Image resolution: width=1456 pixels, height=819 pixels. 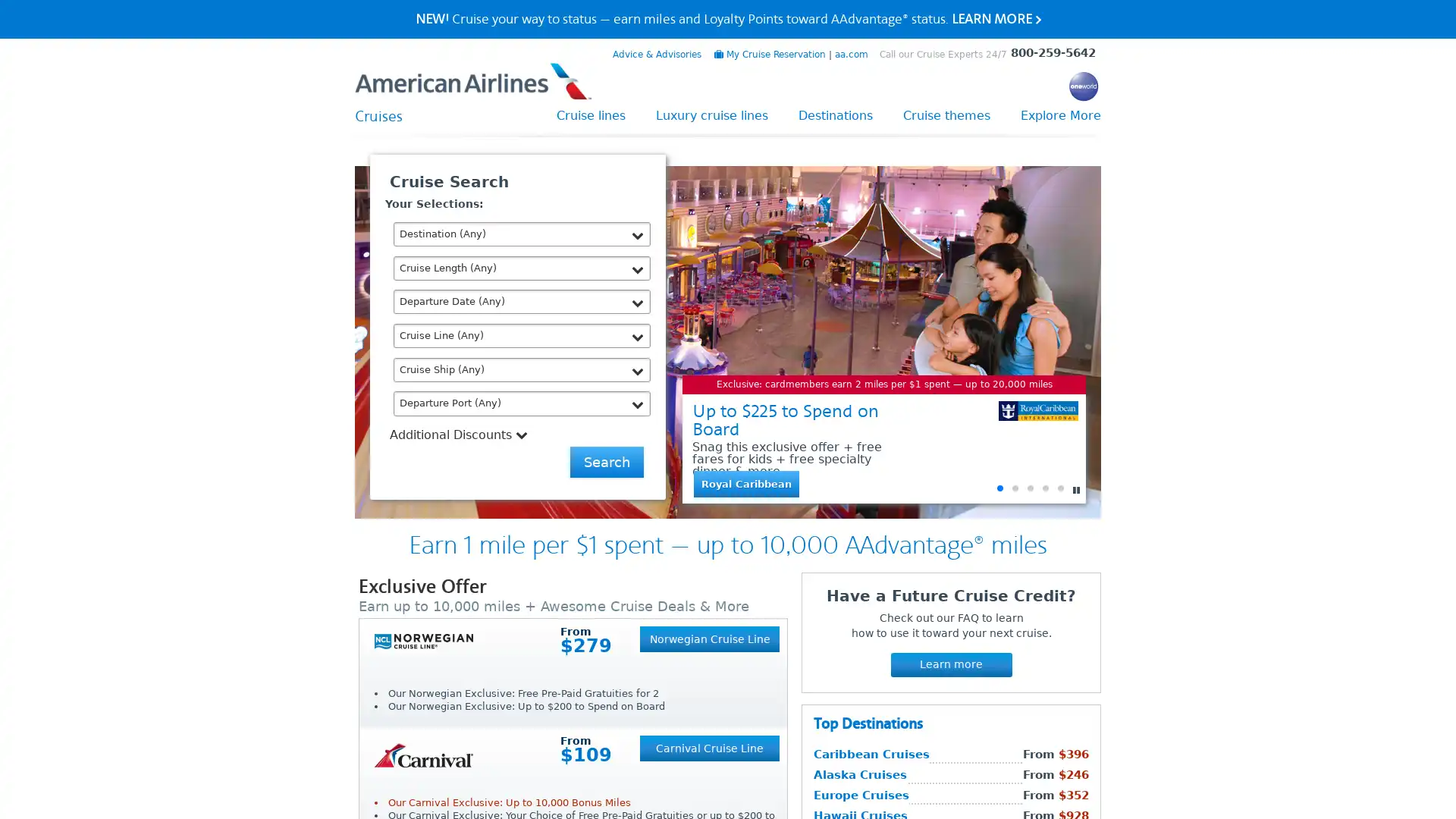 I want to click on Cruise lines, so click(x=590, y=114).